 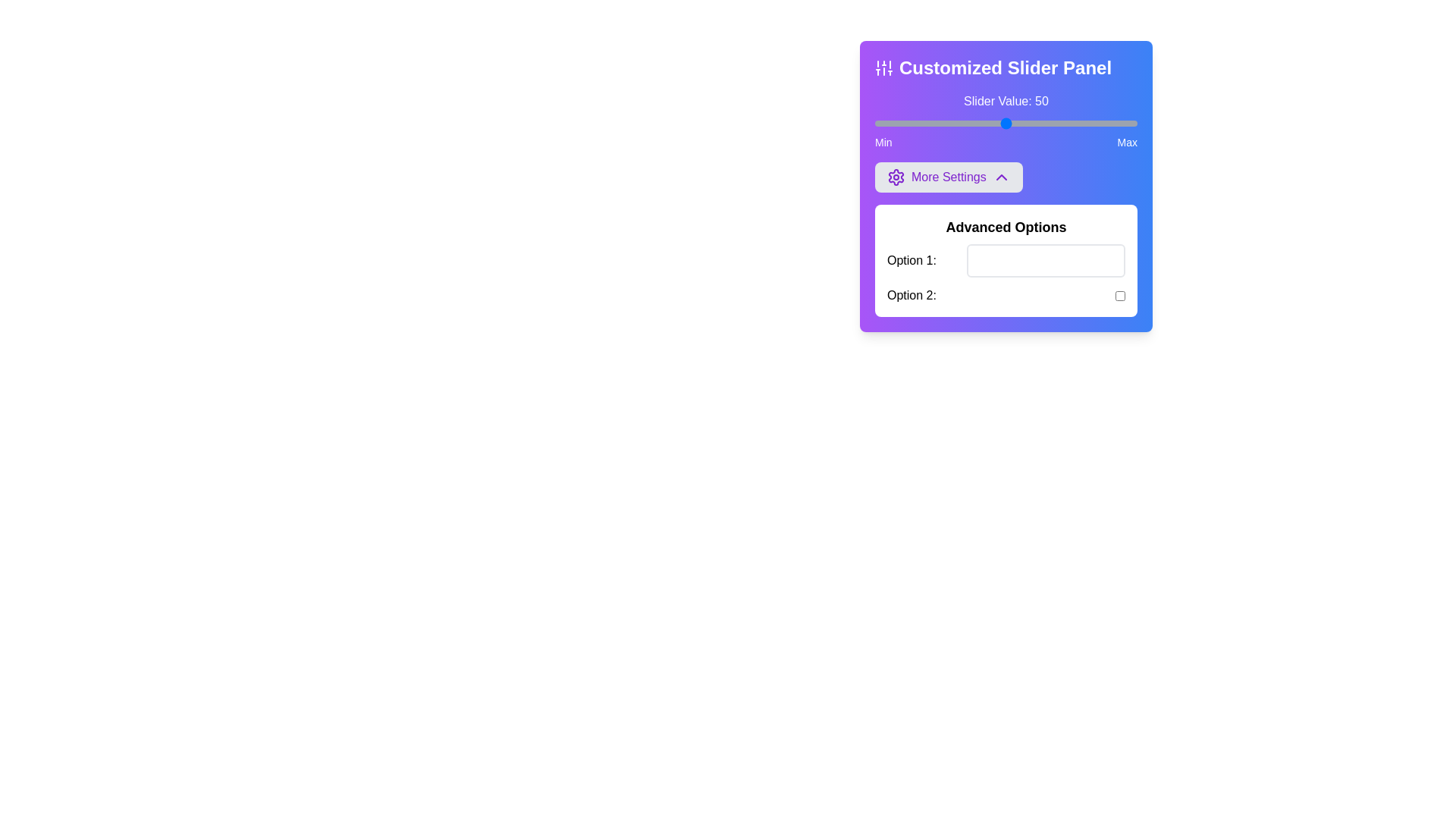 I want to click on the icon at the rightmost end of the 'More Settings' button, so click(x=1001, y=177).